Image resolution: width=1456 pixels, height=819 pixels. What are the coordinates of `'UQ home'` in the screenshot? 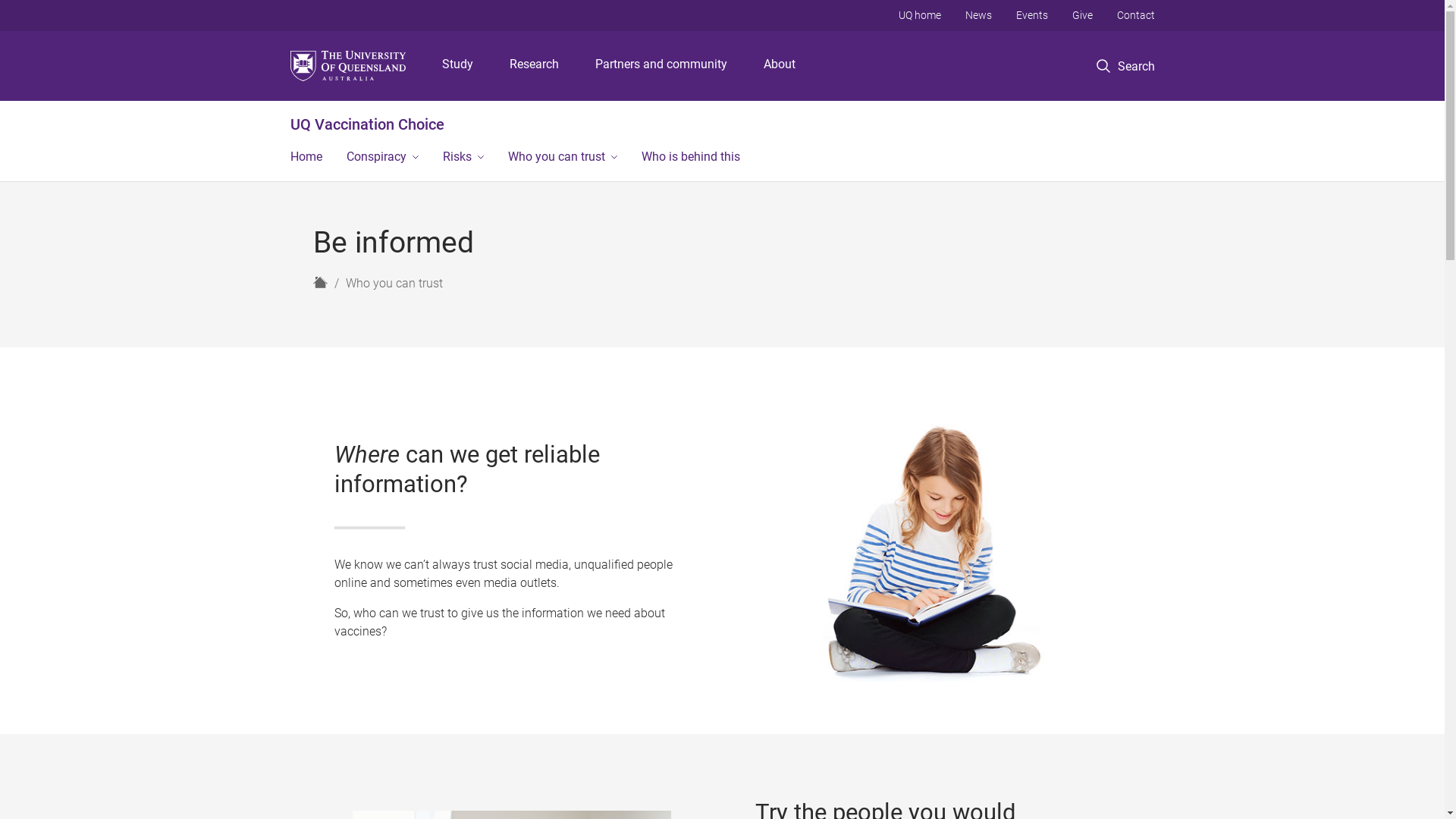 It's located at (918, 15).